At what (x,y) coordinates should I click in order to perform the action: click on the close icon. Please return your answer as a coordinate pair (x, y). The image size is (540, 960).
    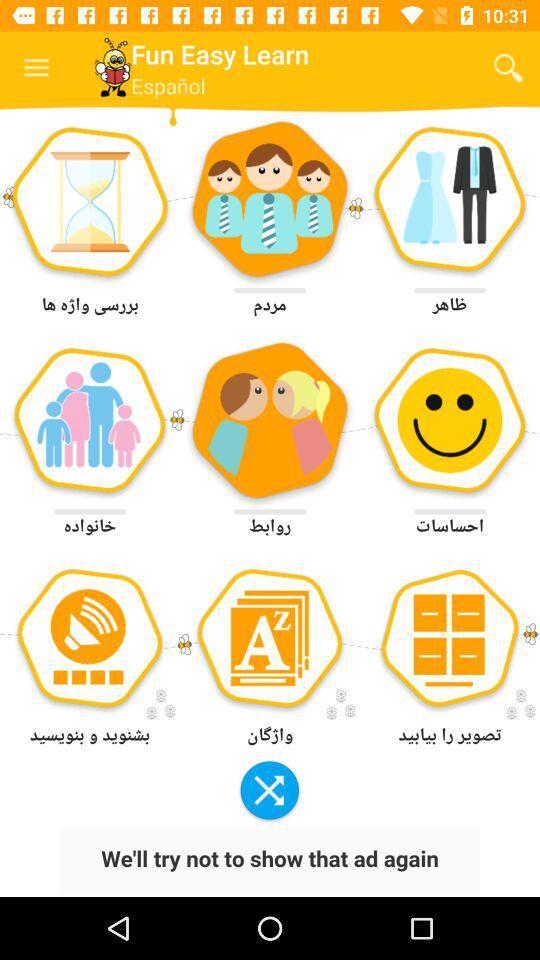
    Looking at the image, I should click on (269, 791).